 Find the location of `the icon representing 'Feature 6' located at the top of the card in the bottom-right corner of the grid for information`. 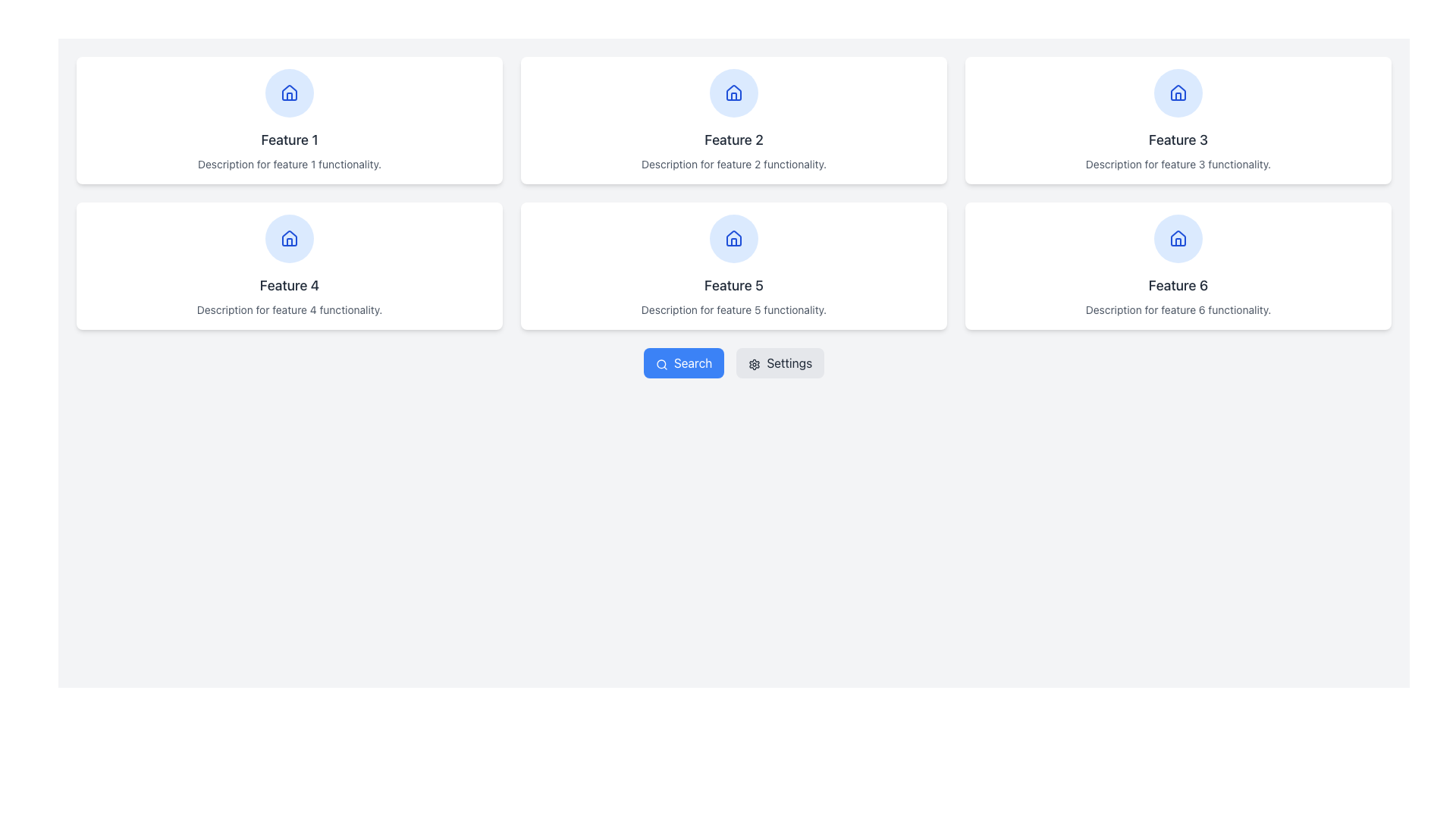

the icon representing 'Feature 6' located at the top of the card in the bottom-right corner of the grid for information is located at coordinates (1178, 239).